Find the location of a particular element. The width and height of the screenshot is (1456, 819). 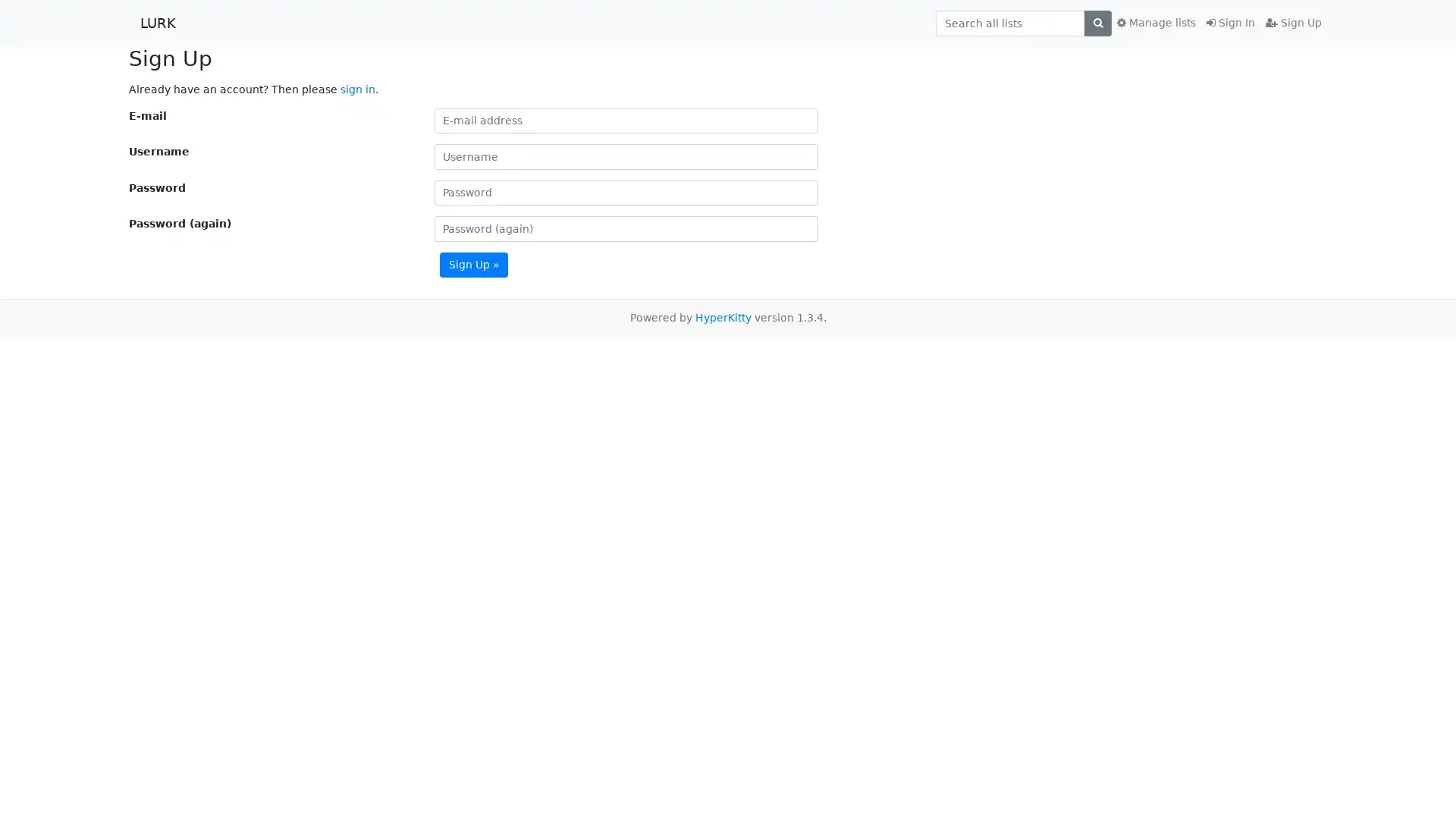

Sign Up is located at coordinates (472, 263).